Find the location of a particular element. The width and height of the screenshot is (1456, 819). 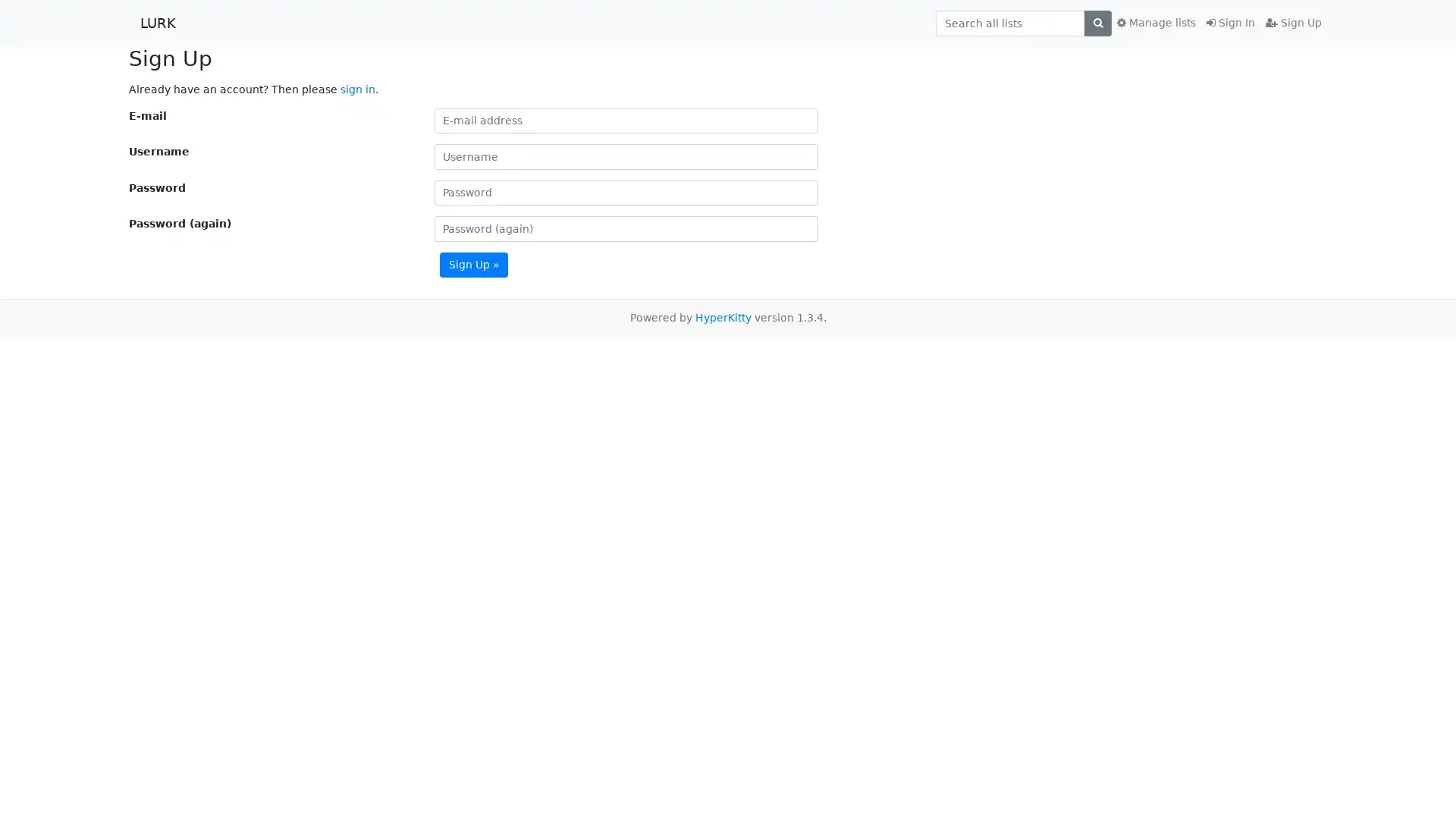

Sign Up is located at coordinates (472, 263).